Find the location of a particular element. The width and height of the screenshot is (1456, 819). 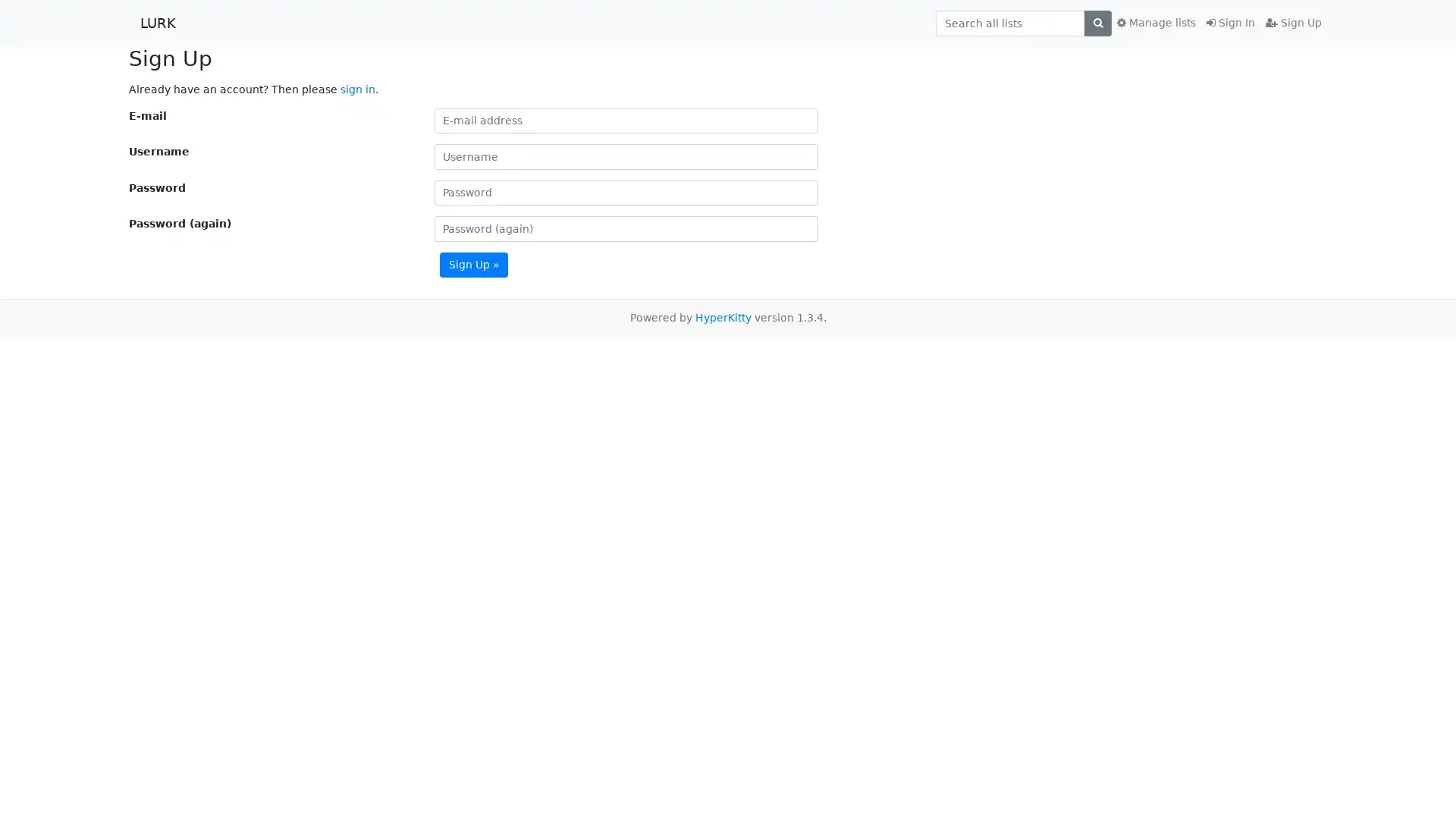

Sign Up is located at coordinates (472, 263).